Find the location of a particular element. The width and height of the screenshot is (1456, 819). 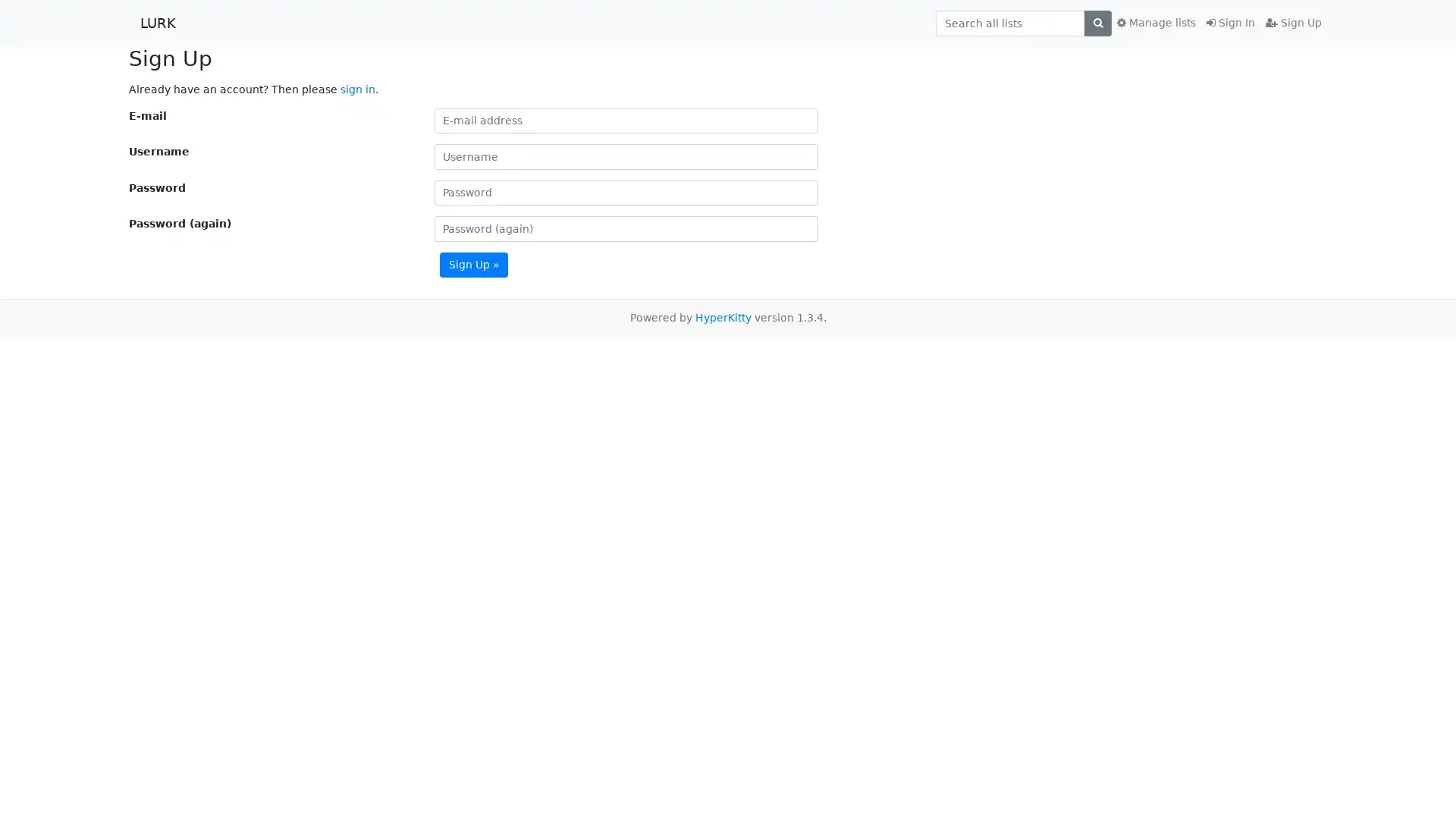

Sign Up is located at coordinates (472, 263).